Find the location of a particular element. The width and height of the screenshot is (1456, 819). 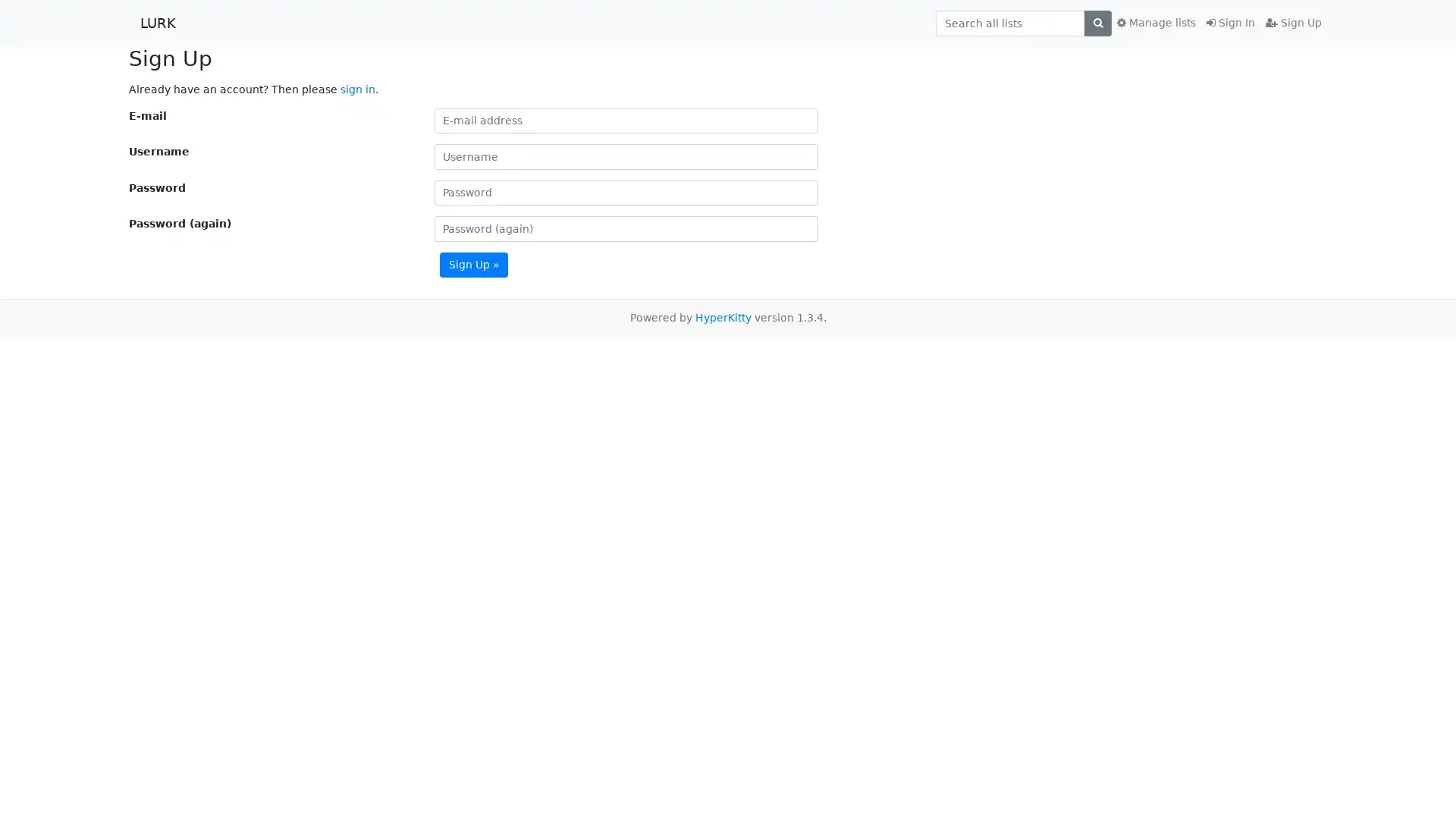

Sign Up is located at coordinates (472, 263).